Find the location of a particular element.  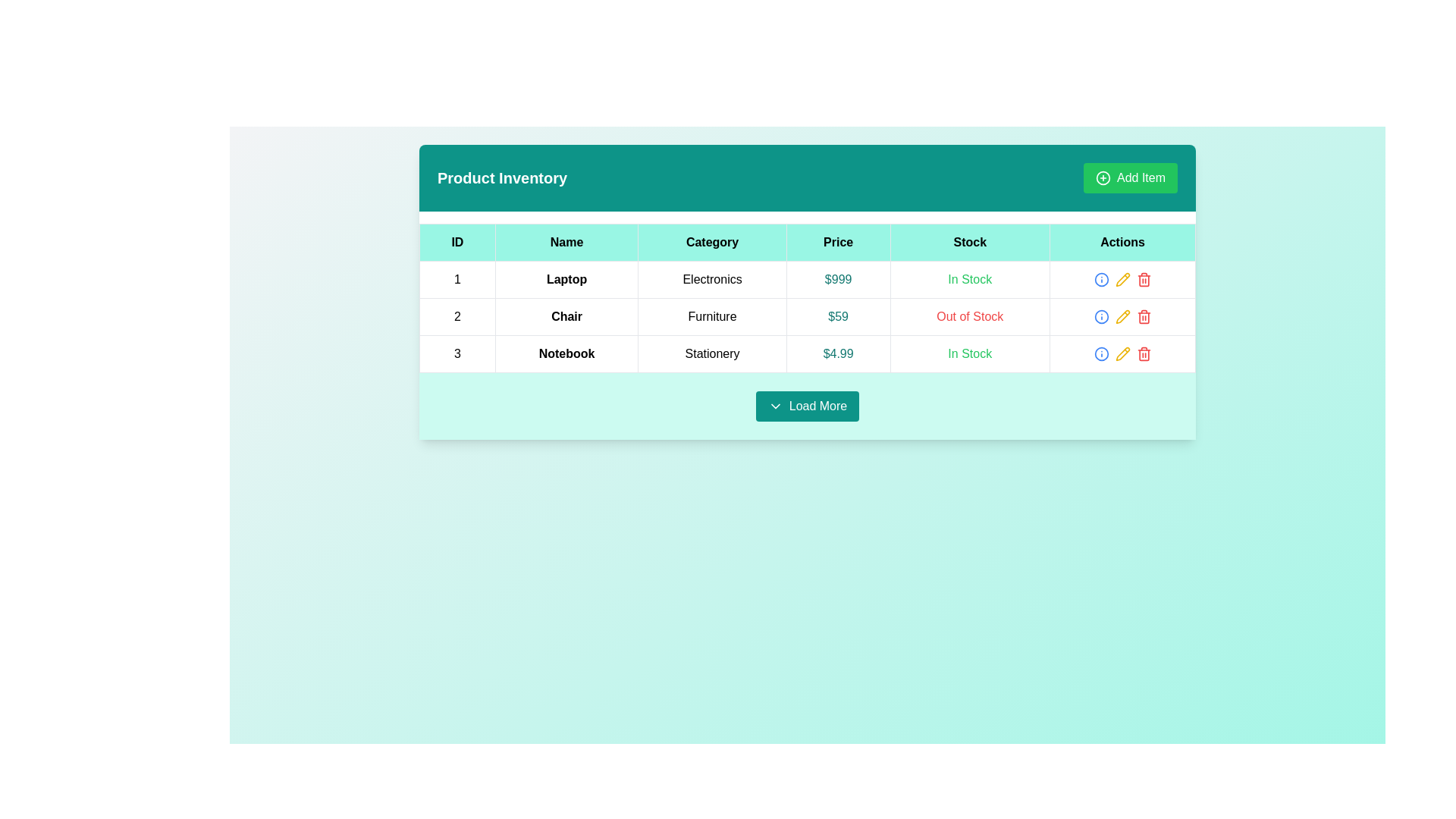

the second row of the 'Product Inventory' table, which provides options for managing product details such as editing or deleting is located at coordinates (807, 315).